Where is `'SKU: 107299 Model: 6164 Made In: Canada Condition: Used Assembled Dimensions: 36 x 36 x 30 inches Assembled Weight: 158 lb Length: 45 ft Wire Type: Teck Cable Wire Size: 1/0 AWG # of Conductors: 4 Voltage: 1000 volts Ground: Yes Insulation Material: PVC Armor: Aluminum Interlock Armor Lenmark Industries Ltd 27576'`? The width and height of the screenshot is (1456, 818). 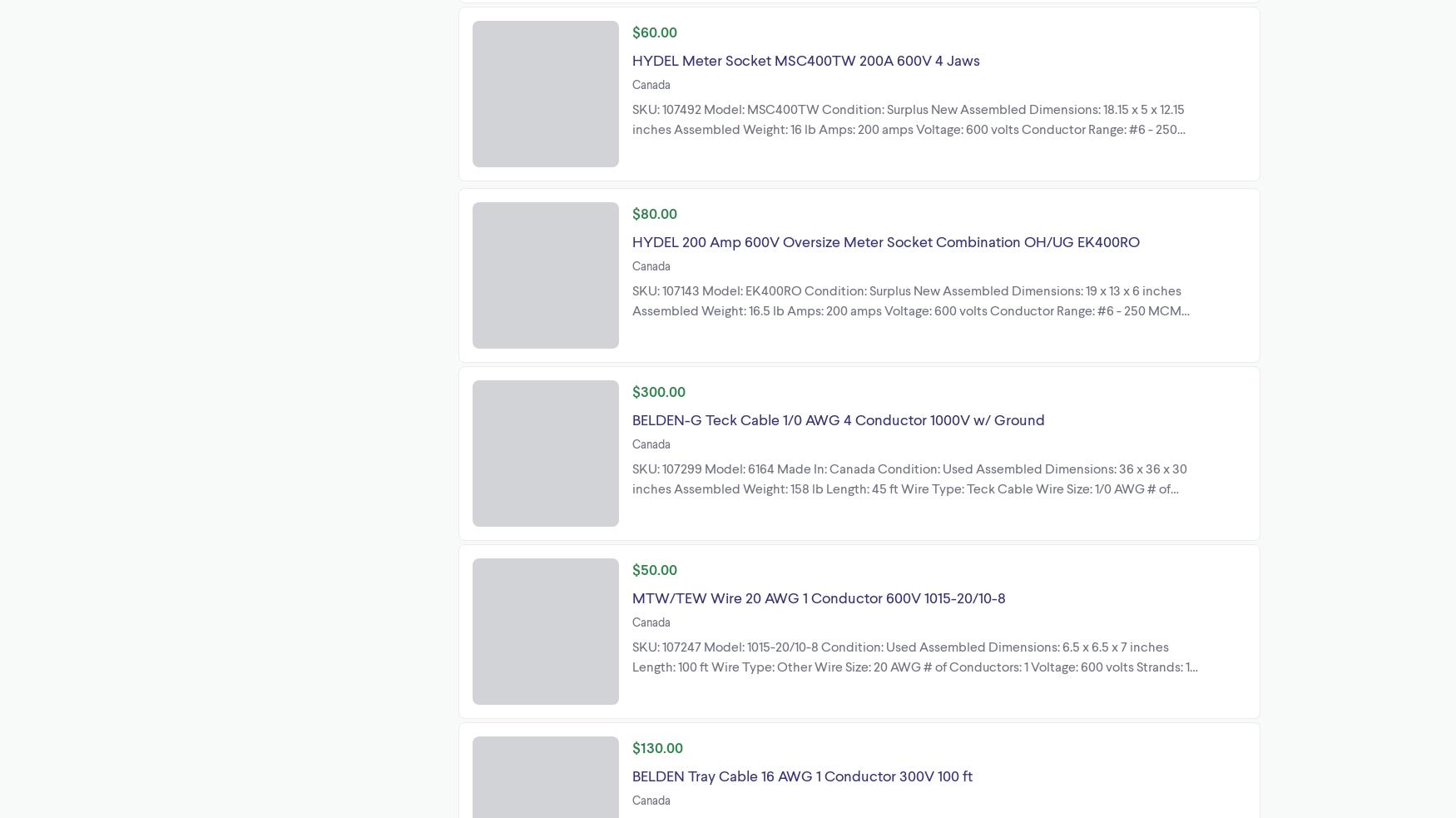 'SKU: 107299 Model: 6164 Made In: Canada Condition: Used Assembled Dimensions: 36 x 36 x 30 inches Assembled Weight: 158 lb Length: 45 ft Wire Type: Teck Cable Wire Size: 1/0 AWG # of Conductors: 4 Voltage: 1000 volts Ground: Yes Insulation Material: PVC Armor: Aluminum Interlock Armor Lenmark Industries Ltd 27576' is located at coordinates (913, 497).